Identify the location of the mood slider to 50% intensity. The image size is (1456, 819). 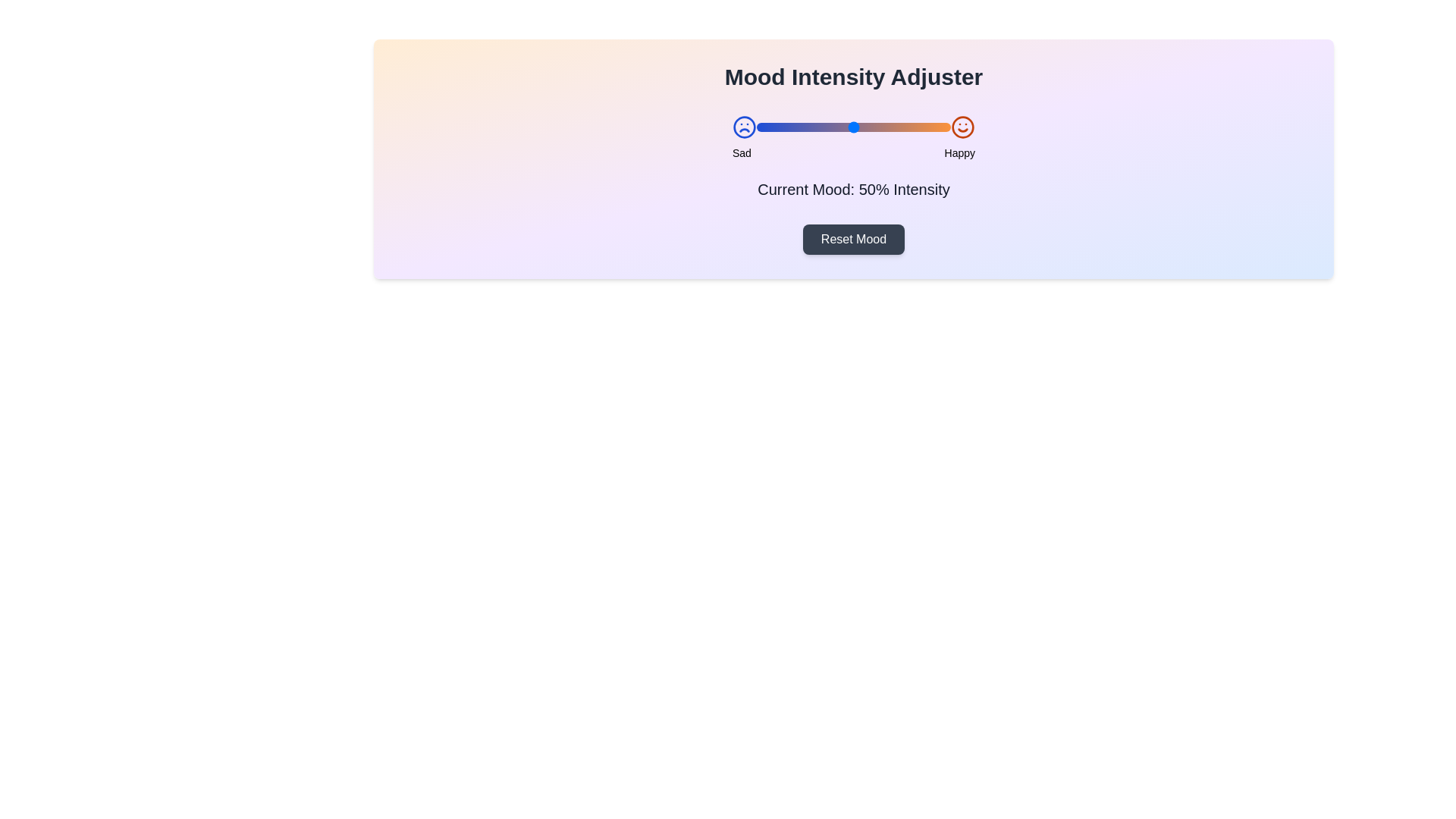
(854, 127).